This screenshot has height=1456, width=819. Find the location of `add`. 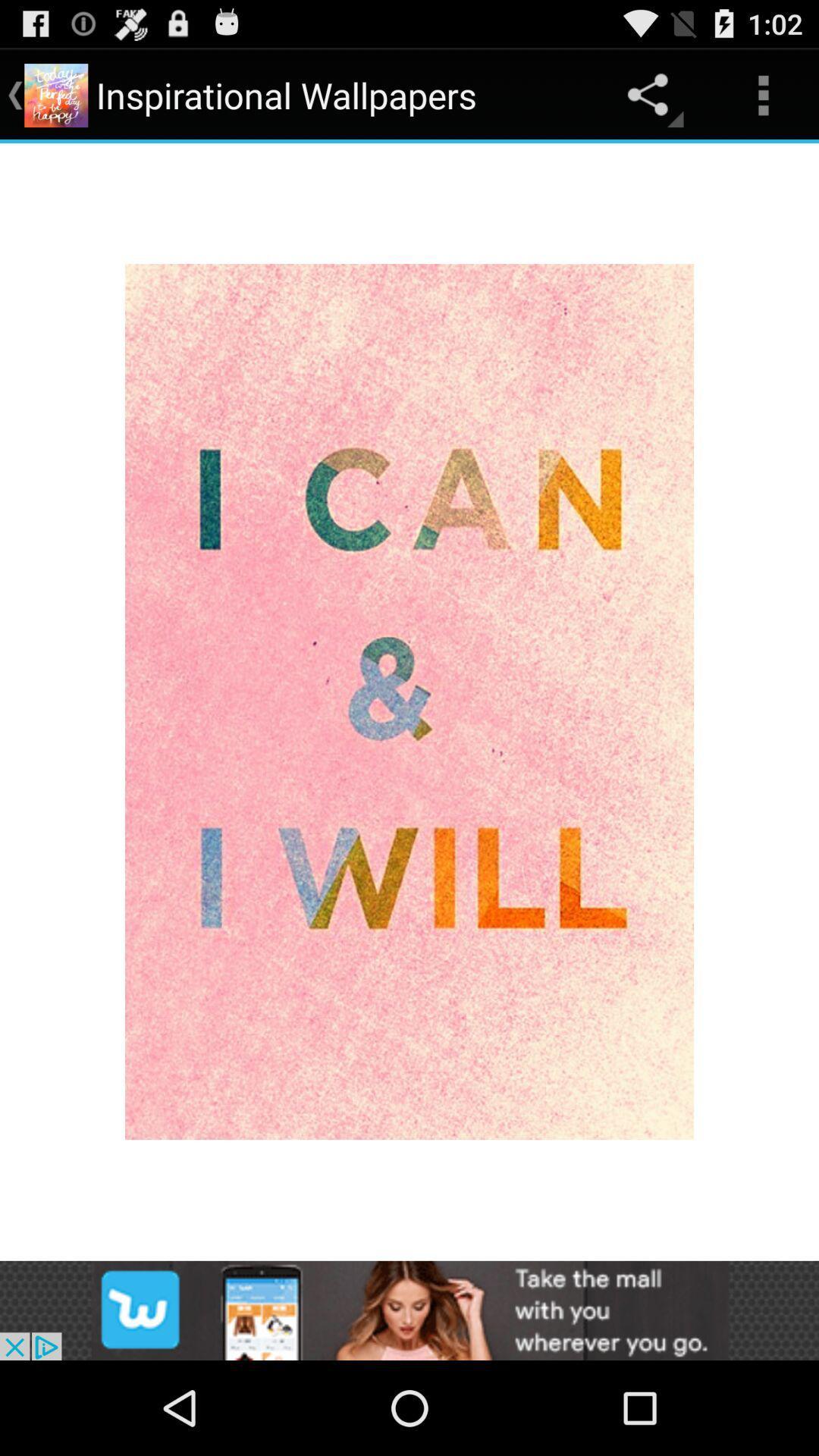

add is located at coordinates (409, 1310).